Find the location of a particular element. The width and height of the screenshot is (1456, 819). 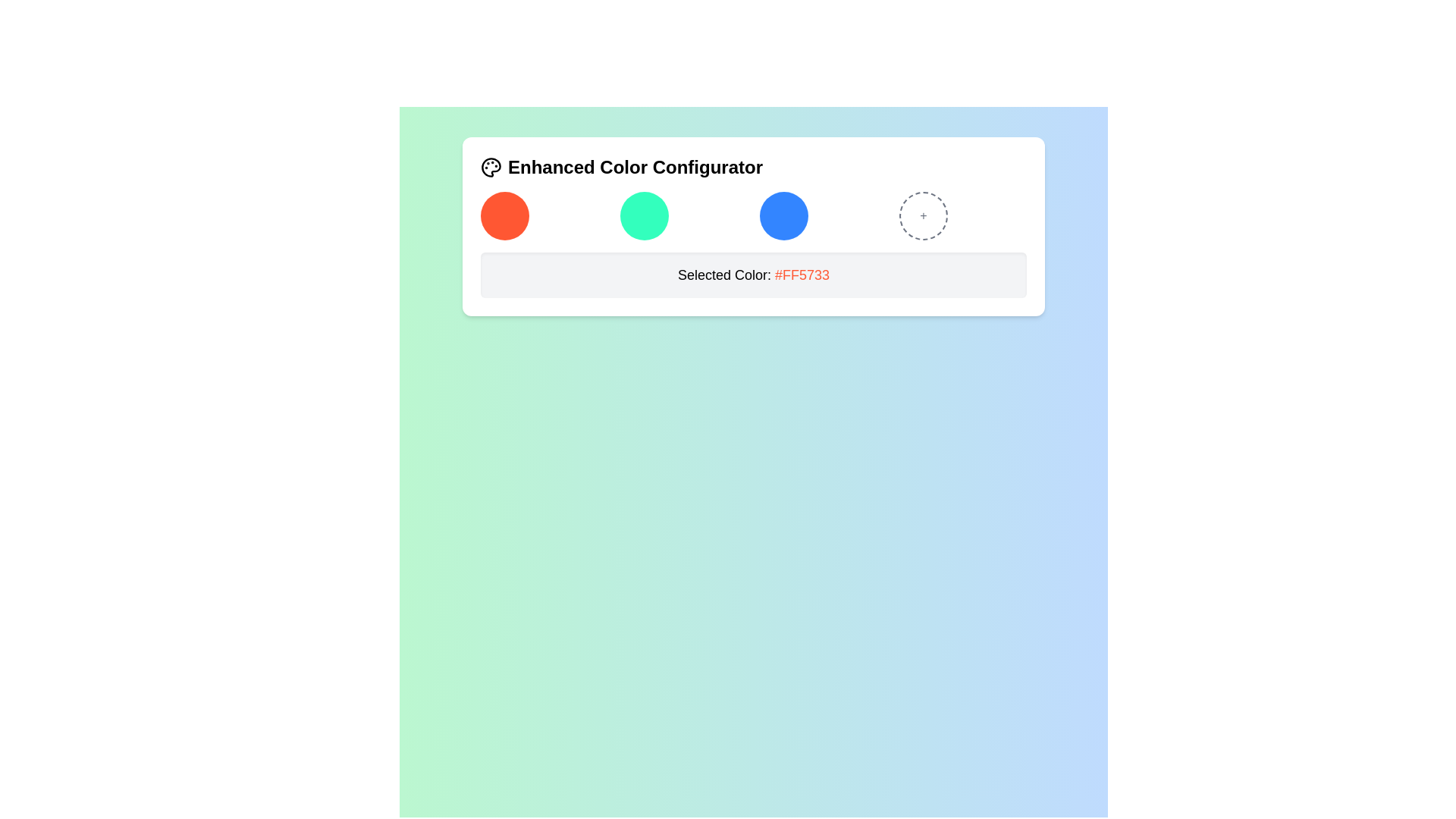

the third circular icon representing the blue color choice in the Enhanced Color Configurator interface is located at coordinates (753, 216).